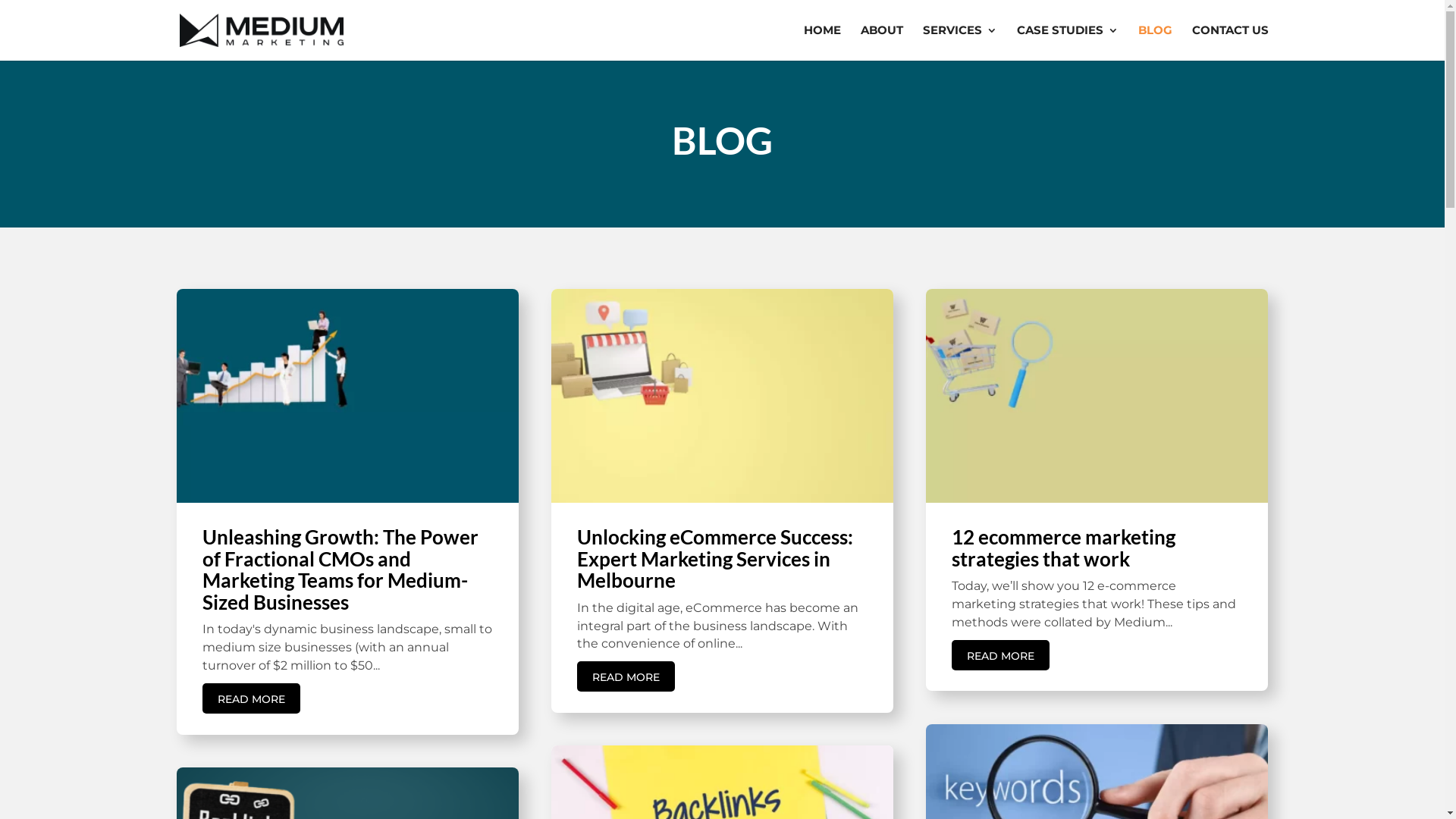  What do you see at coordinates (859, 42) in the screenshot?
I see `'ABOUT'` at bounding box center [859, 42].